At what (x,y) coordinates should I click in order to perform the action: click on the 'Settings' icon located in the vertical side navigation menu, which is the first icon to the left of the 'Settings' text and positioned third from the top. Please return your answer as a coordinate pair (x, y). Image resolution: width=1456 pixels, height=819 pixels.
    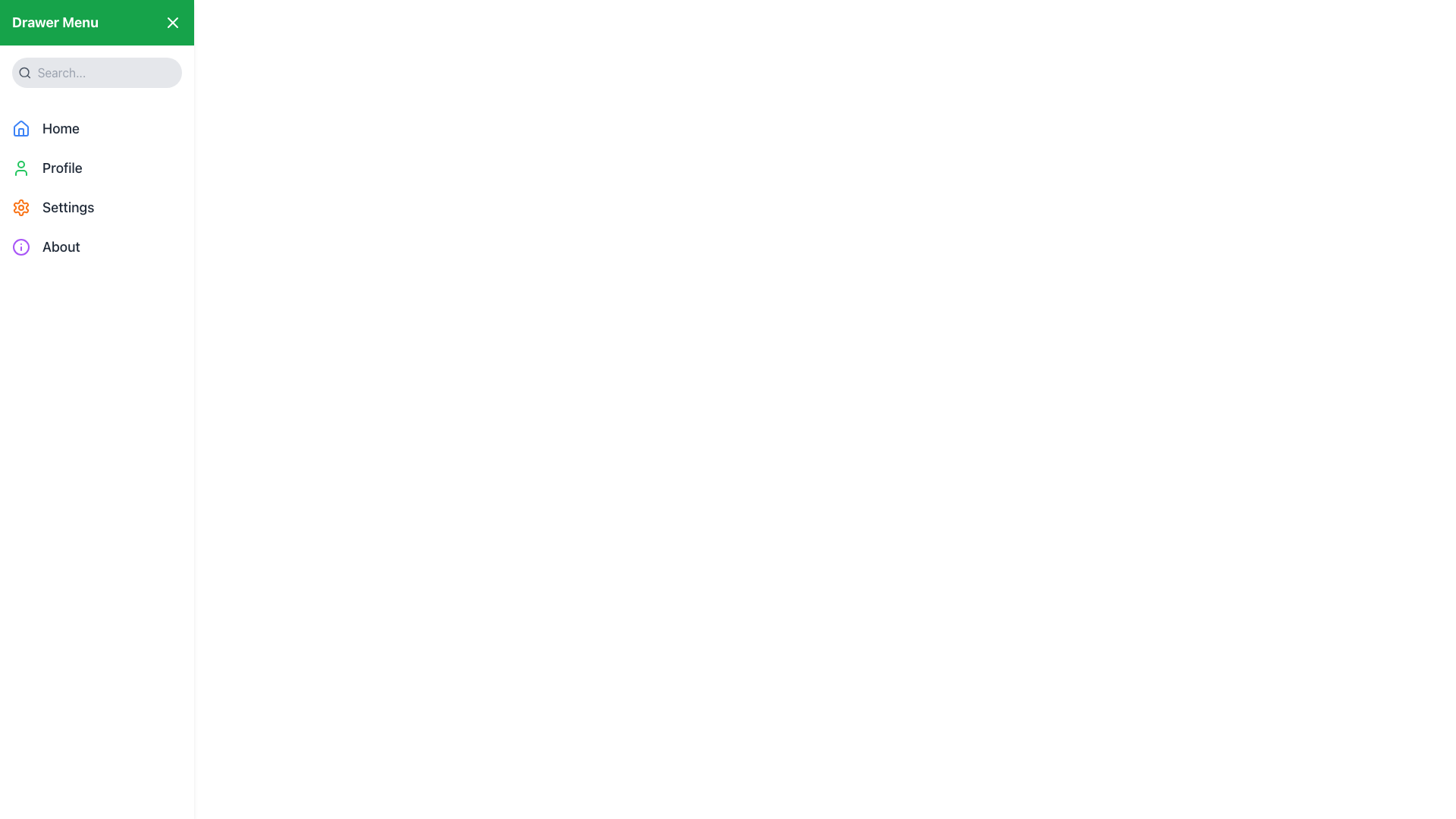
    Looking at the image, I should click on (21, 207).